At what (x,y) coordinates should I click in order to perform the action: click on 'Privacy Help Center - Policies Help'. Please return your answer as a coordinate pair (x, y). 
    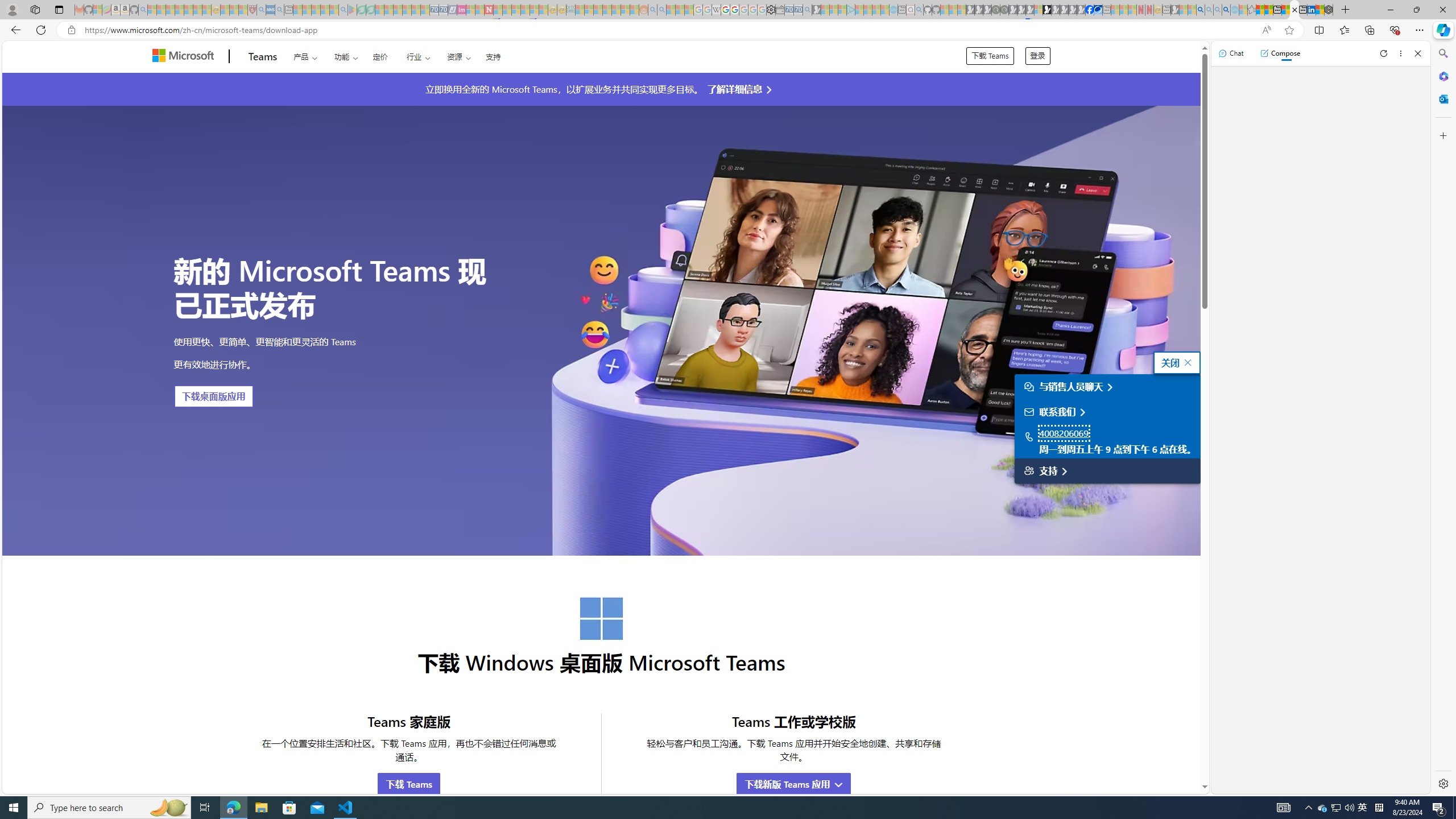
    Looking at the image, I should click on (725, 9).